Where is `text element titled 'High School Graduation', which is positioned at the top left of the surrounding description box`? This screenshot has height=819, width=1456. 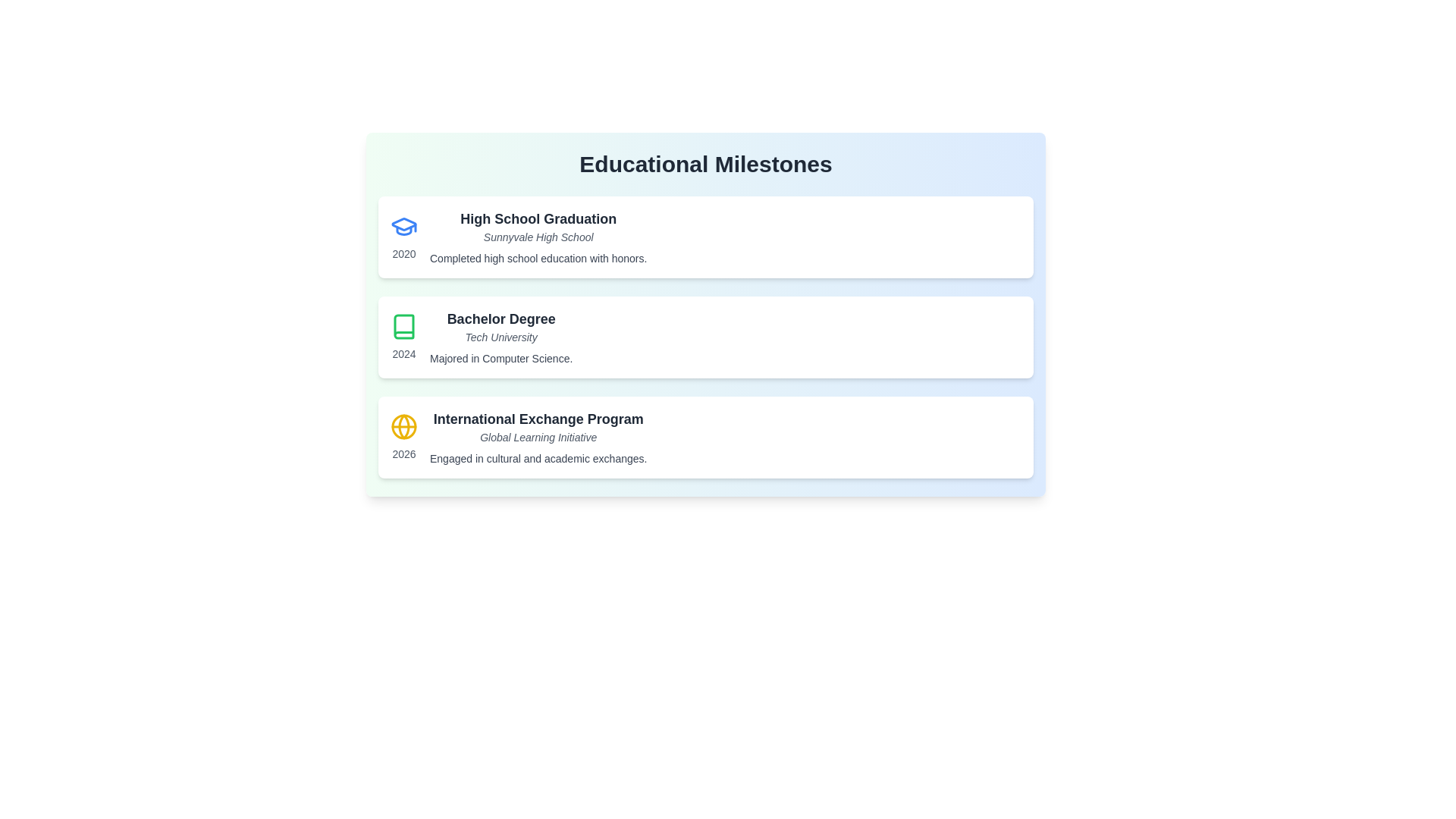
text element titled 'High School Graduation', which is positioned at the top left of the surrounding description box is located at coordinates (538, 219).